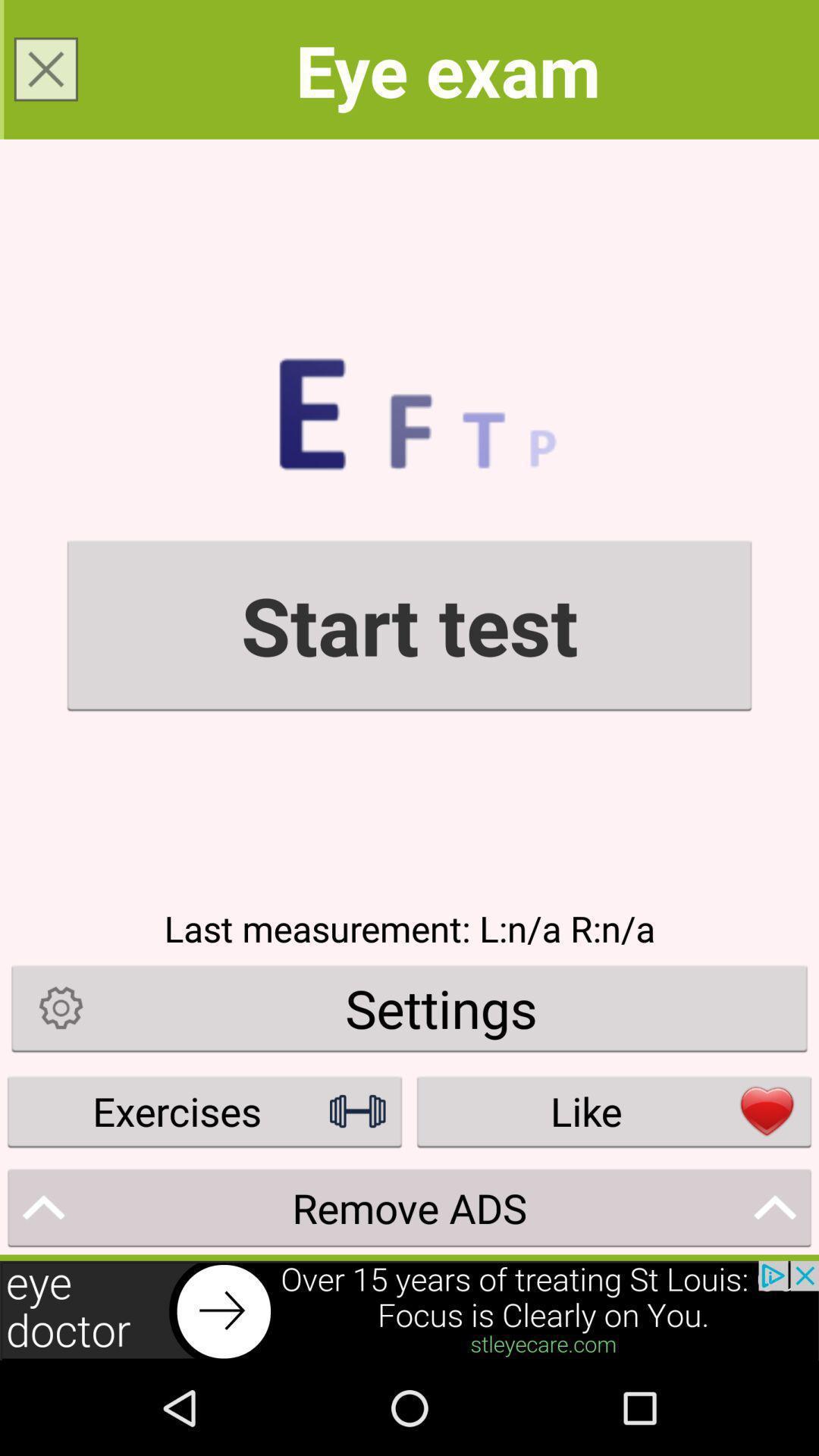 This screenshot has width=819, height=1456. I want to click on open advertisement, so click(409, 1310).